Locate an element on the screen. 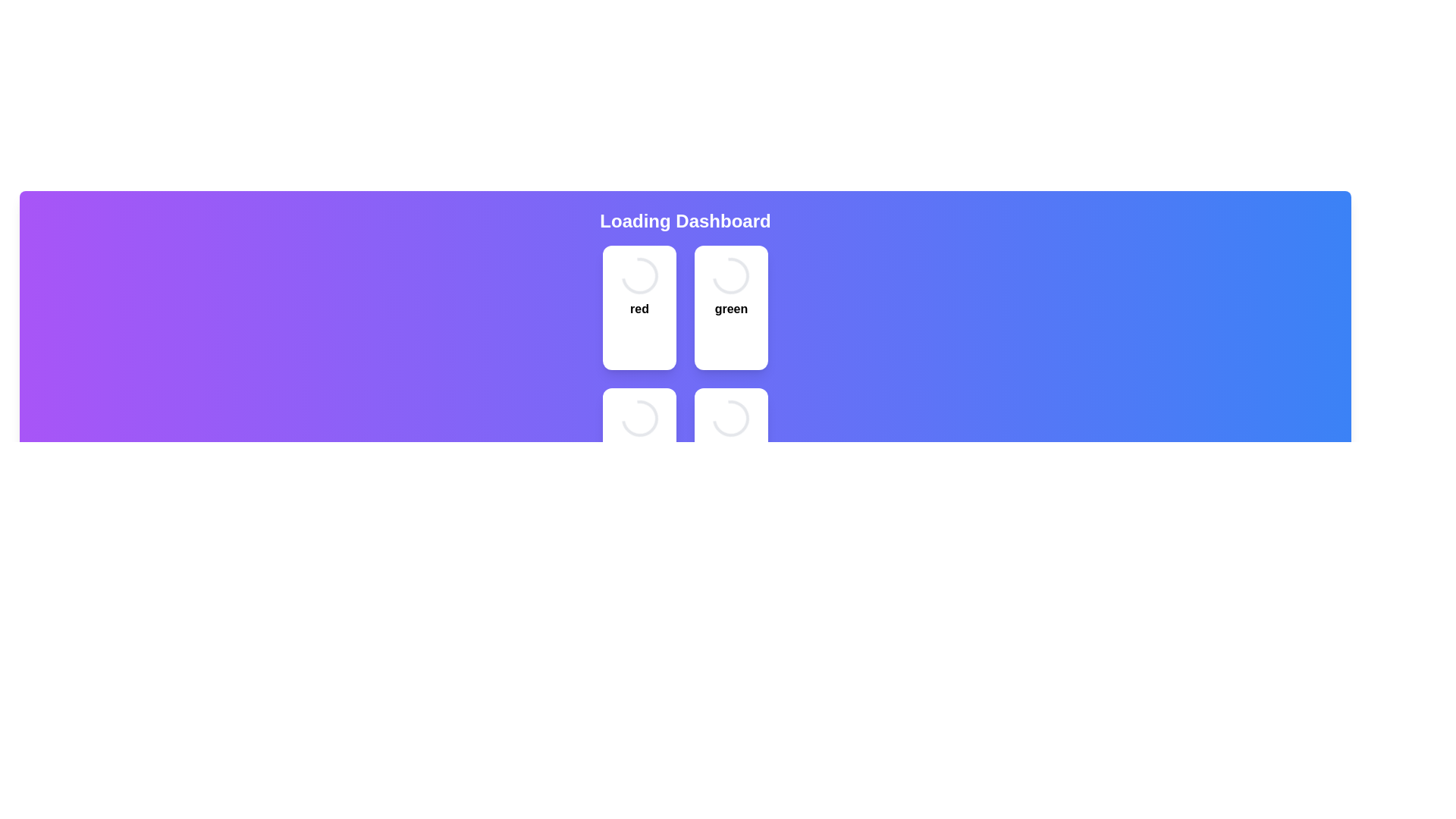  the text element displaying the word 'red', which is bold and colored red, located beneath a circular spinner and above the 'Stop' button is located at coordinates (639, 309).